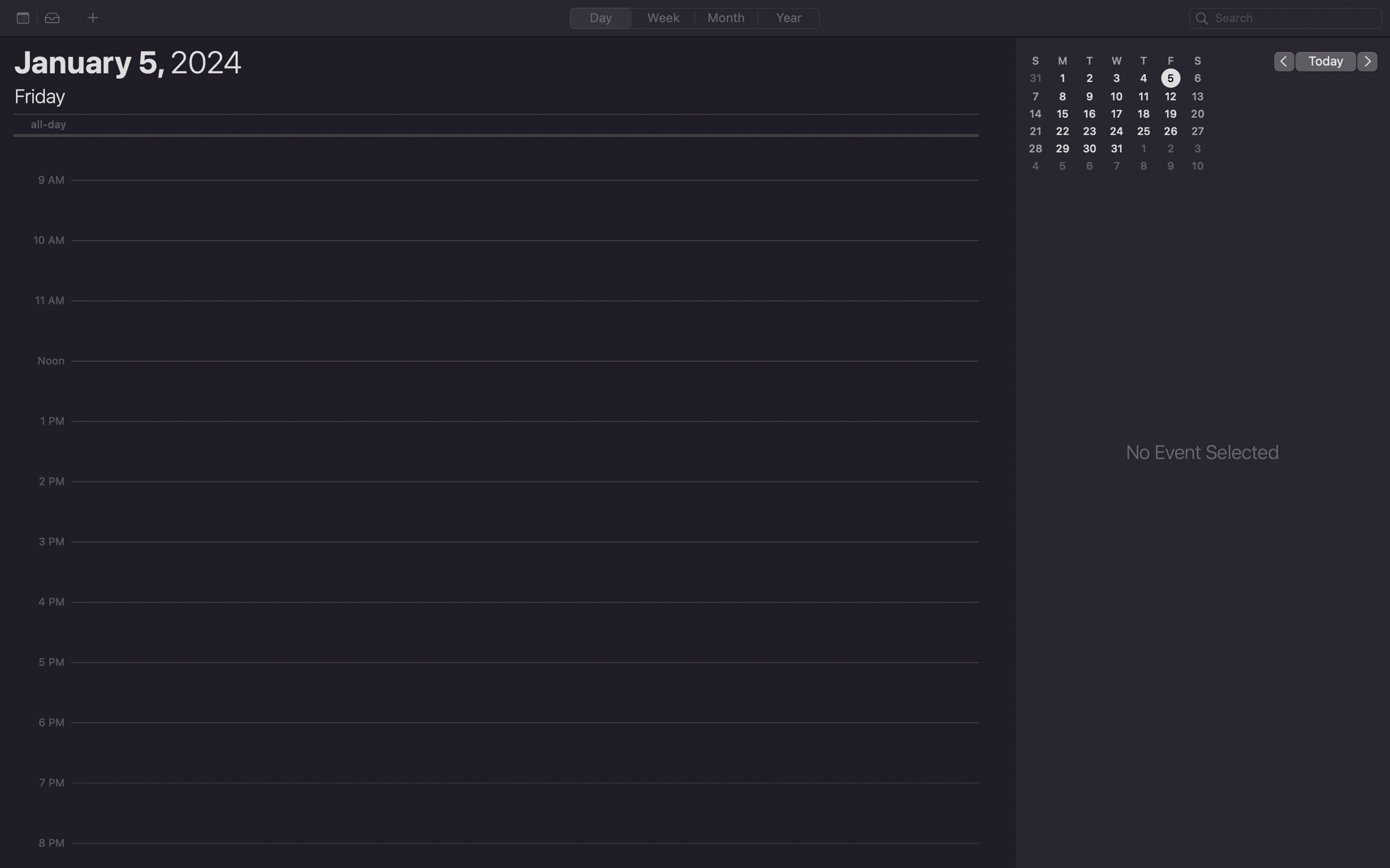 This screenshot has width=1390, height=868. Describe the element at coordinates (1118, 149) in the screenshot. I see `Activate the option 31` at that location.